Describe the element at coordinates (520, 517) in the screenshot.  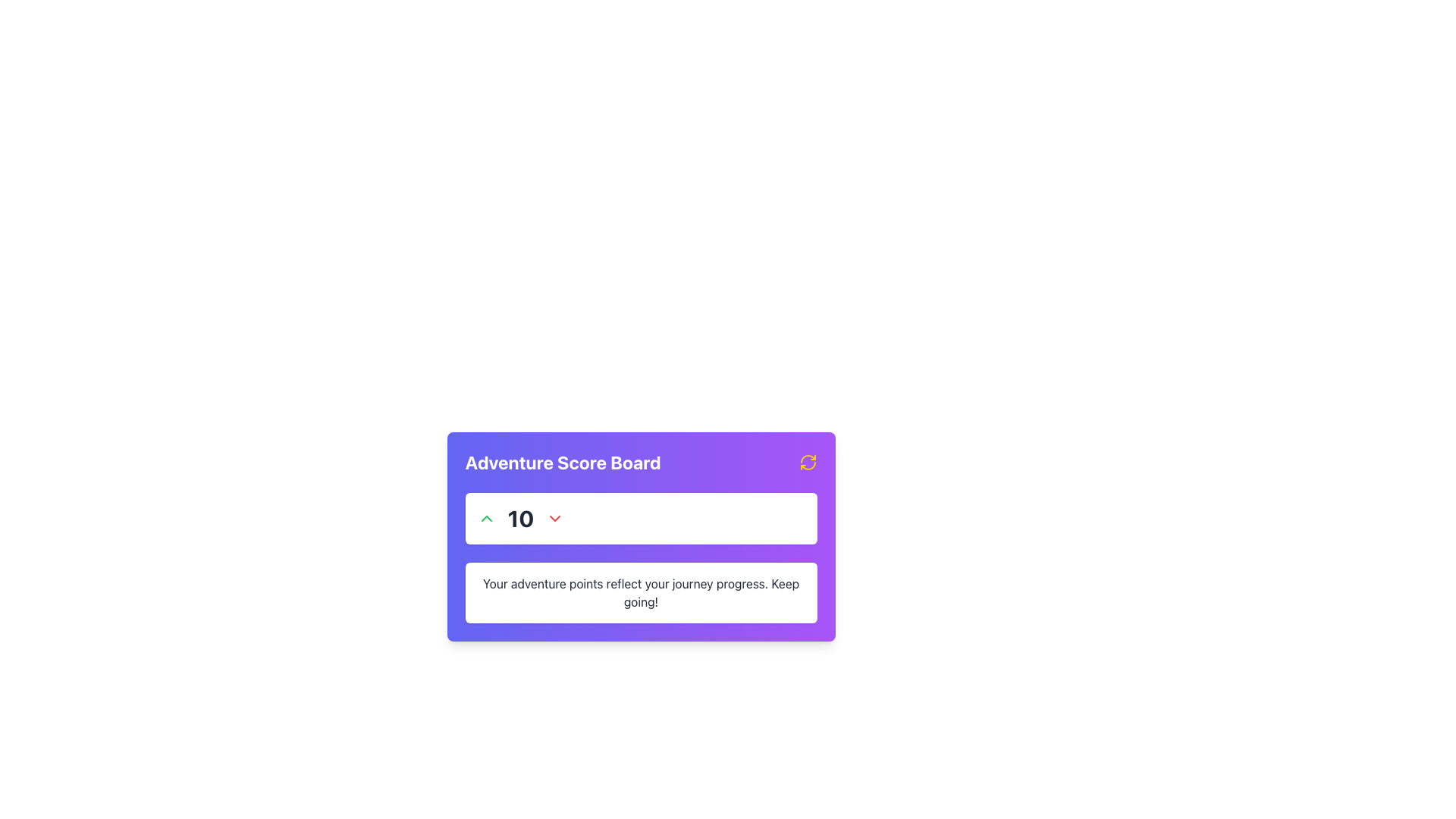
I see `the text display element that shows a score or numeric value, positioned centrally between the green upward arrow and the red downward arrow` at that location.